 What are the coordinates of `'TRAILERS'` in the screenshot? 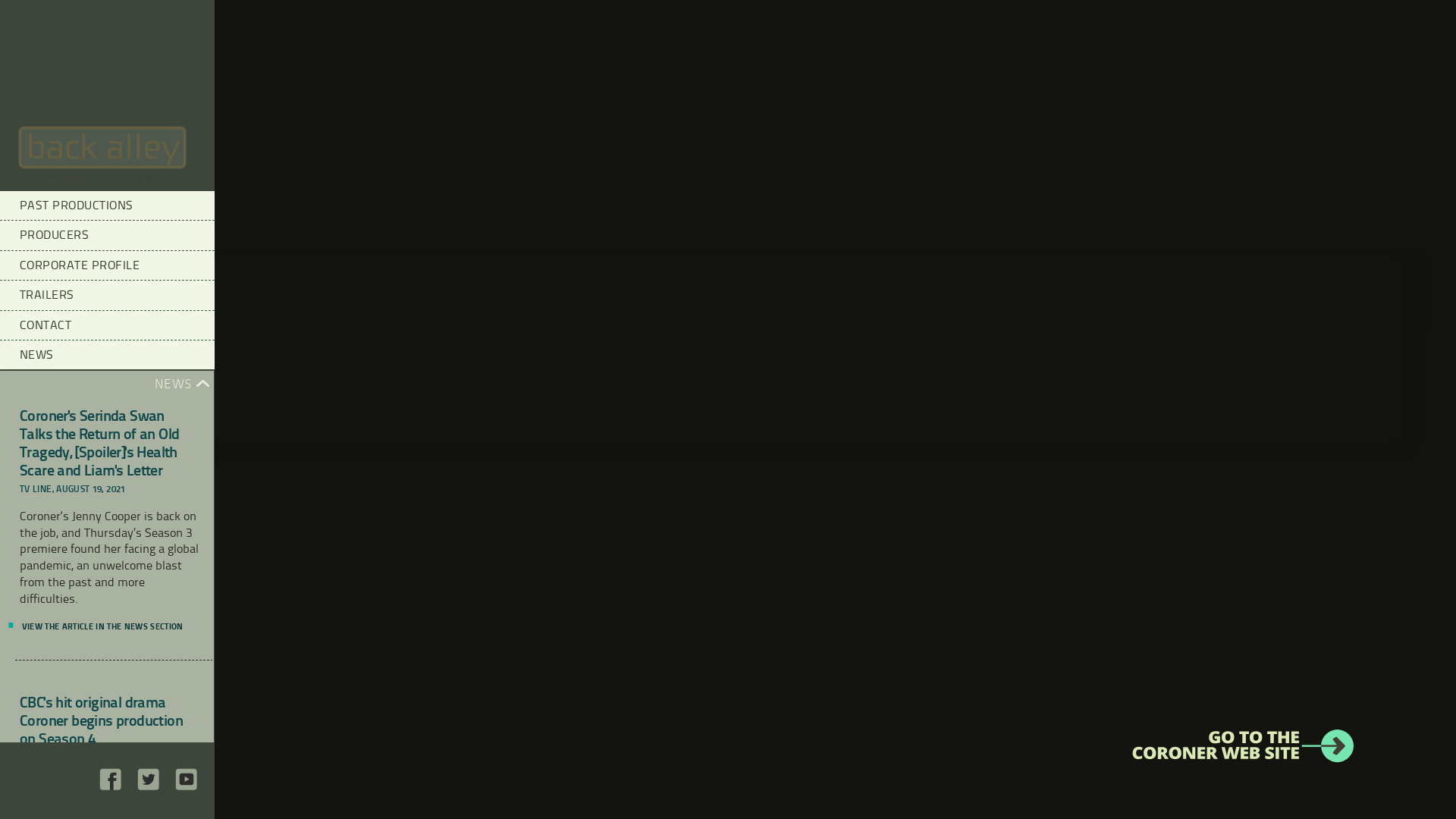 It's located at (106, 294).